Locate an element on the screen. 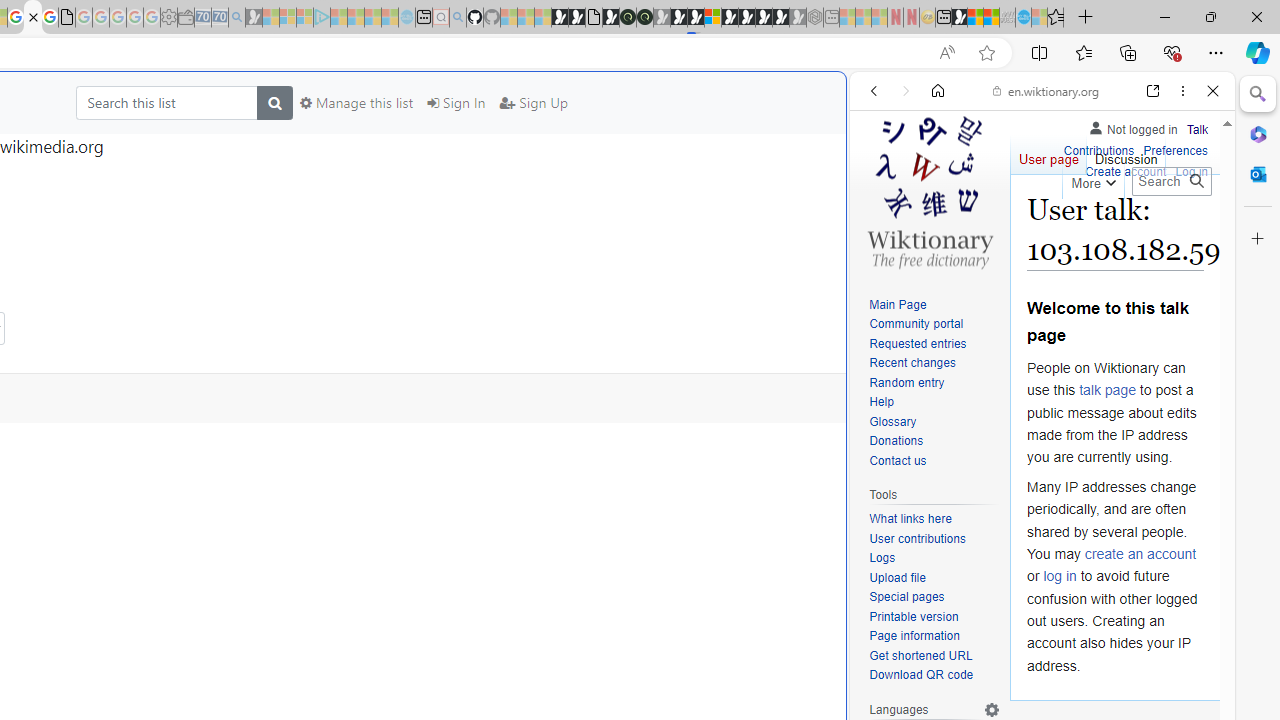 Image resolution: width=1280 pixels, height=720 pixels. 'Glossary' is located at coordinates (934, 421).